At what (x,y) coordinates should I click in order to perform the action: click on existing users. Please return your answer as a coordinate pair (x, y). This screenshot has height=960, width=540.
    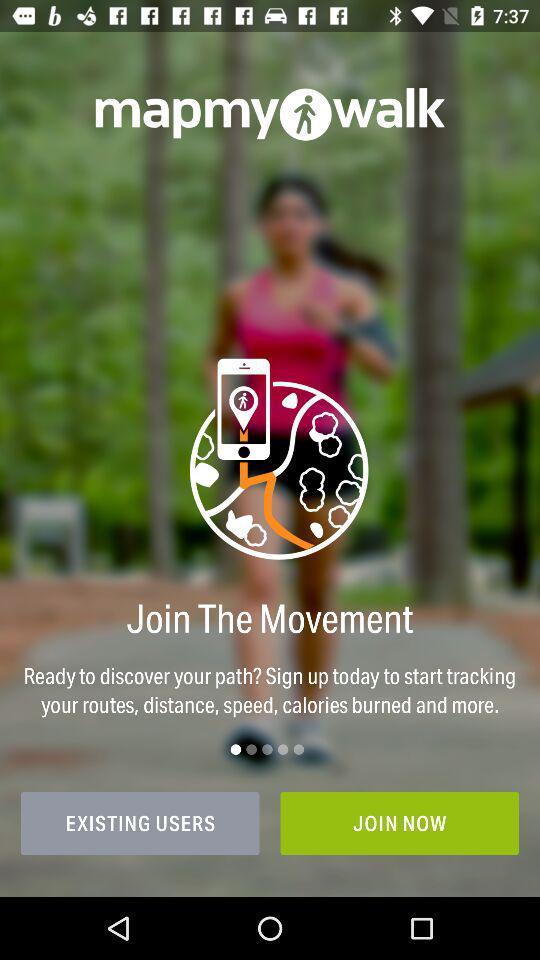
    Looking at the image, I should click on (139, 823).